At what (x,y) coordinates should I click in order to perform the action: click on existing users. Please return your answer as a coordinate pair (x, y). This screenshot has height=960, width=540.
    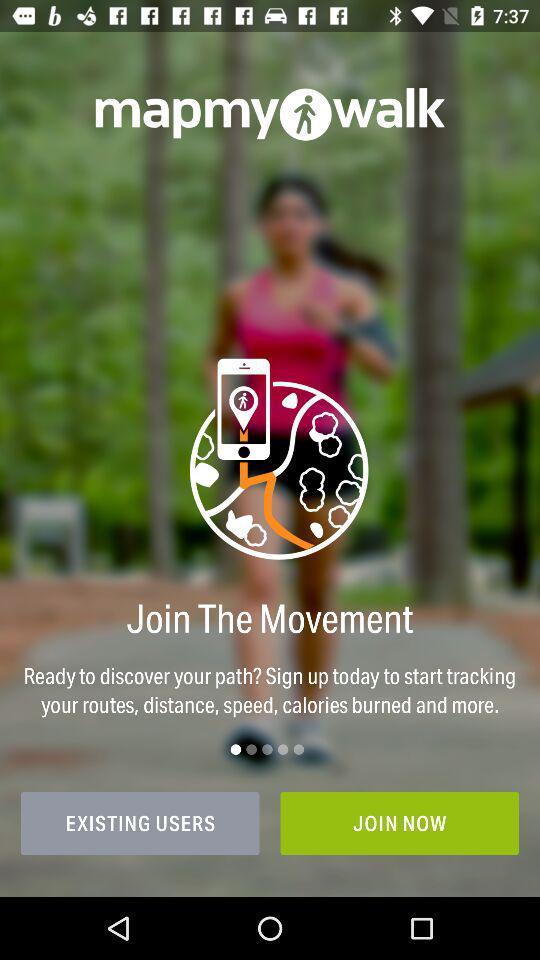
    Looking at the image, I should click on (139, 823).